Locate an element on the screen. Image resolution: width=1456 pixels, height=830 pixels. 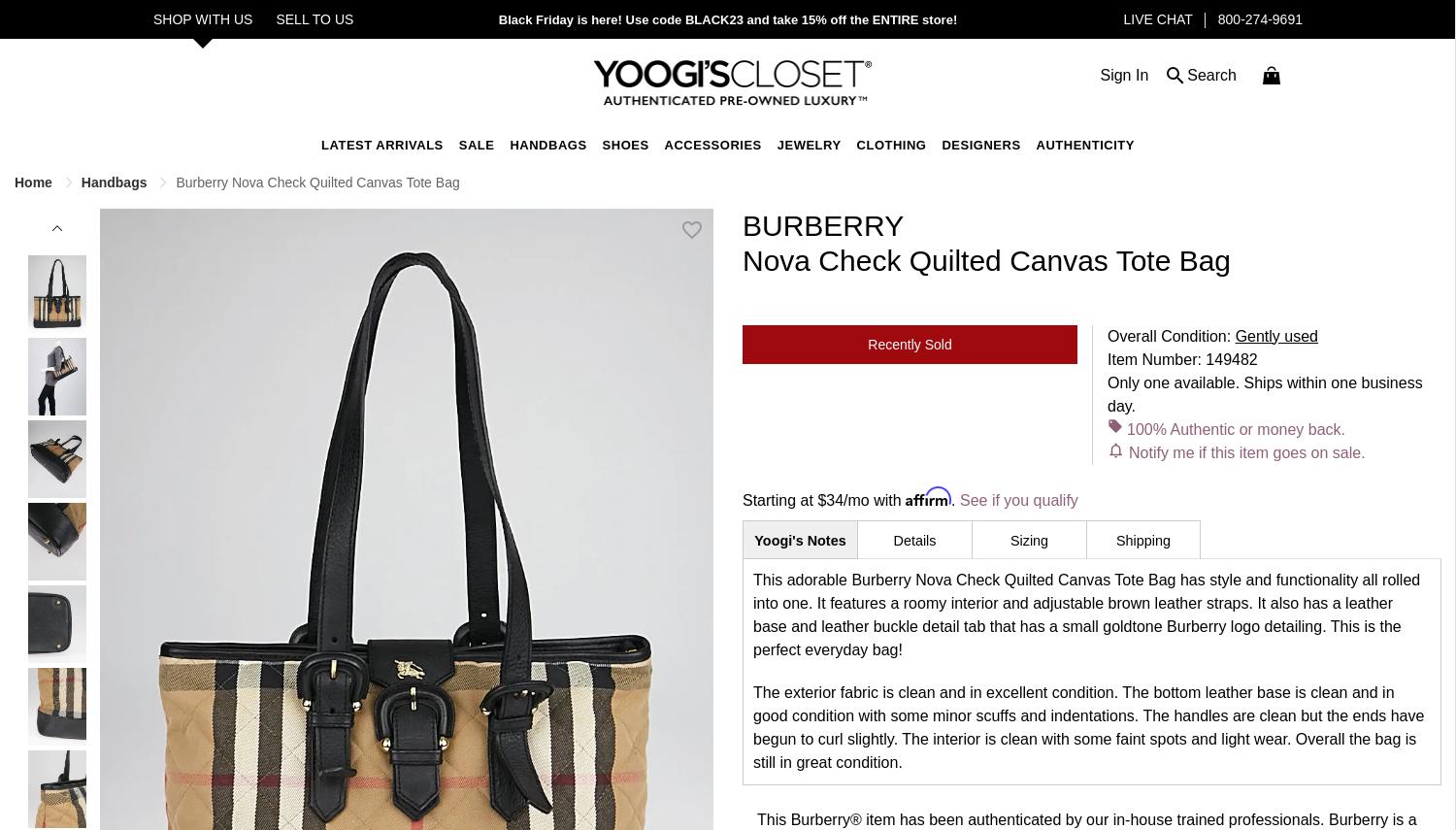
'149482' is located at coordinates (1231, 357).